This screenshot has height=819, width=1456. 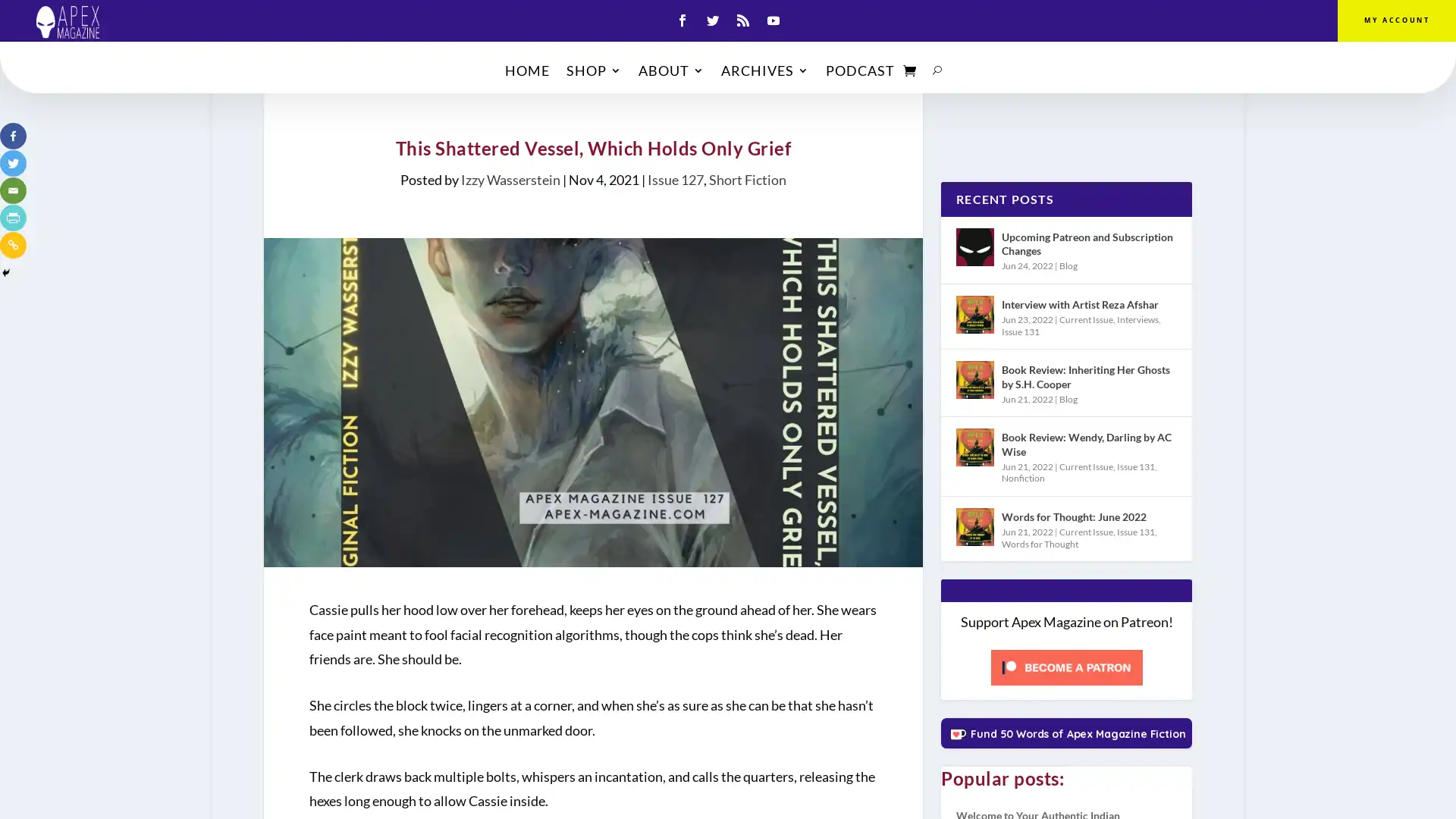 What do you see at coordinates (937, 74) in the screenshot?
I see `U` at bounding box center [937, 74].